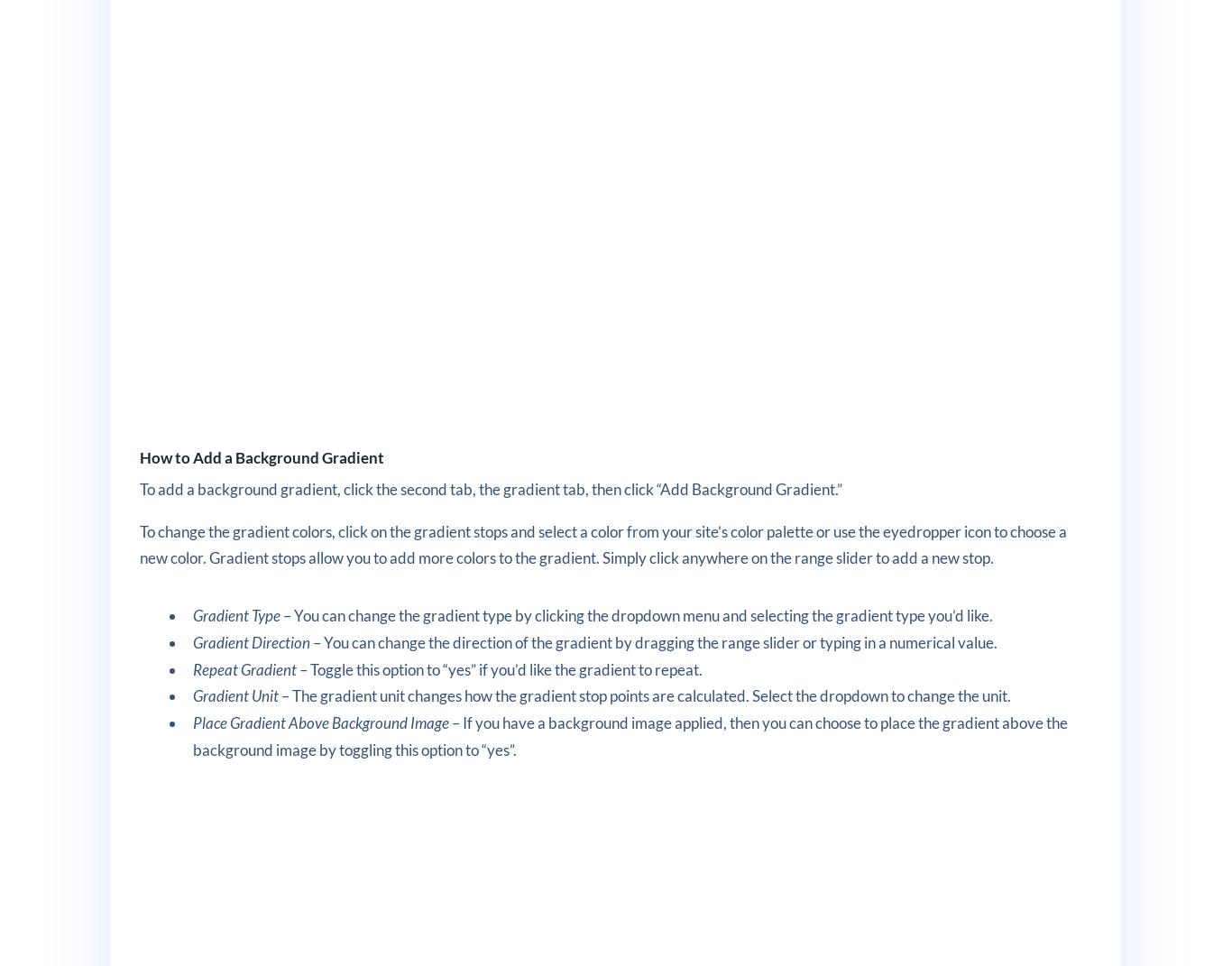  I want to click on 'Gradient Type', so click(236, 614).